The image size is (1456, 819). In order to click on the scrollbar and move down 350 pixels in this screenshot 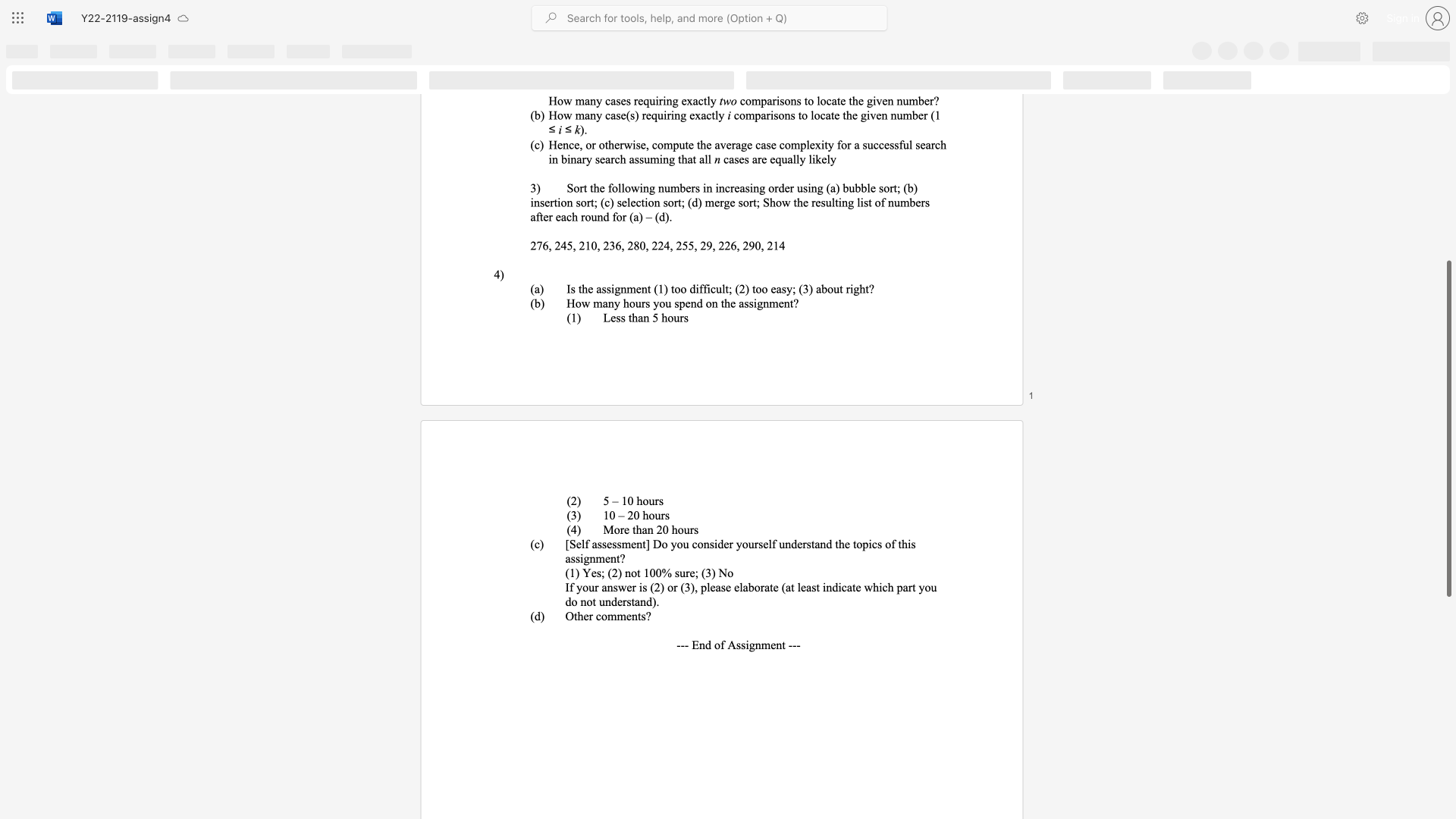, I will do `click(1448, 428)`.